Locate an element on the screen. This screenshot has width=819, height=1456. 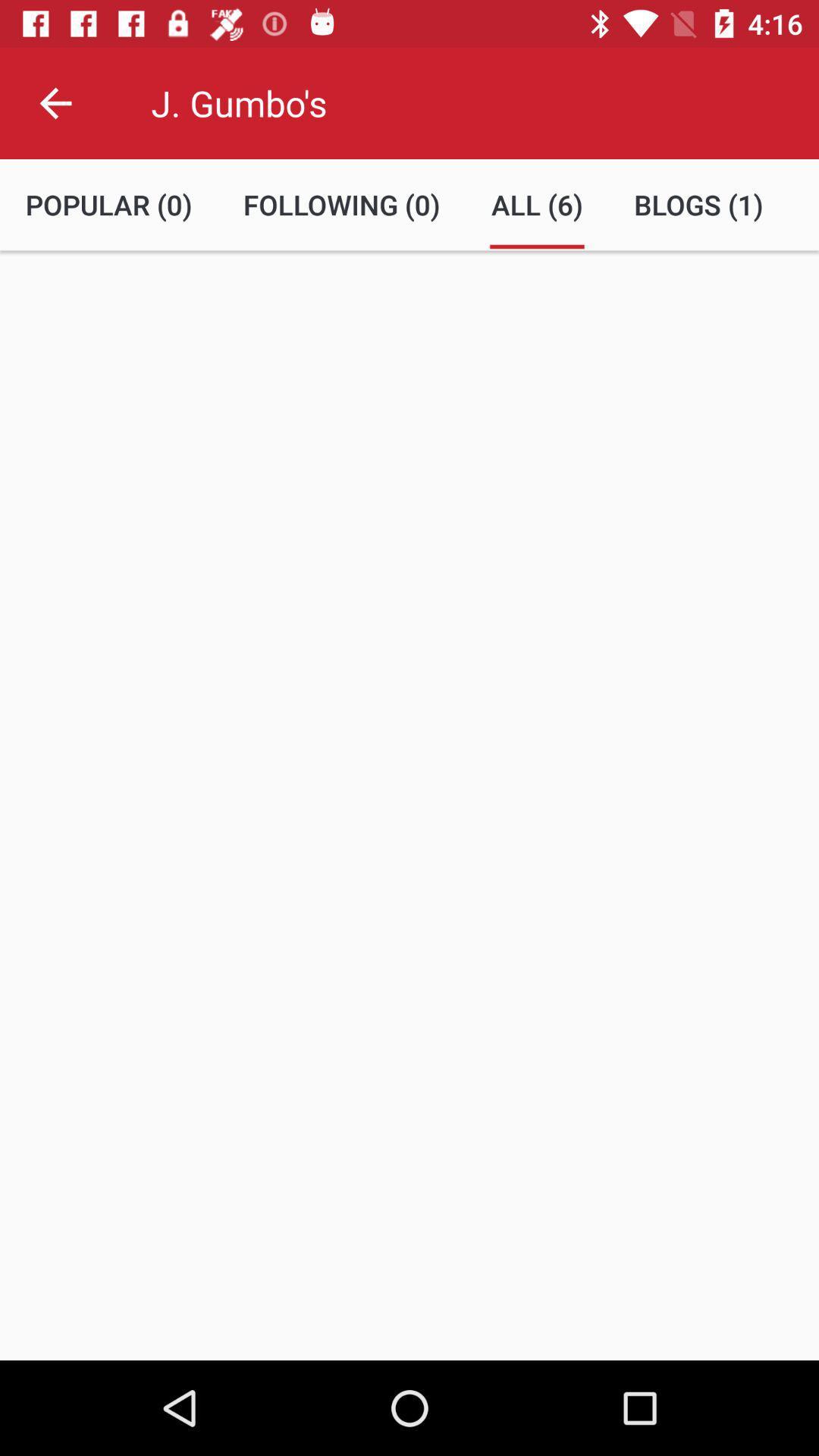
item to the left of blogs (1) icon is located at coordinates (536, 204).